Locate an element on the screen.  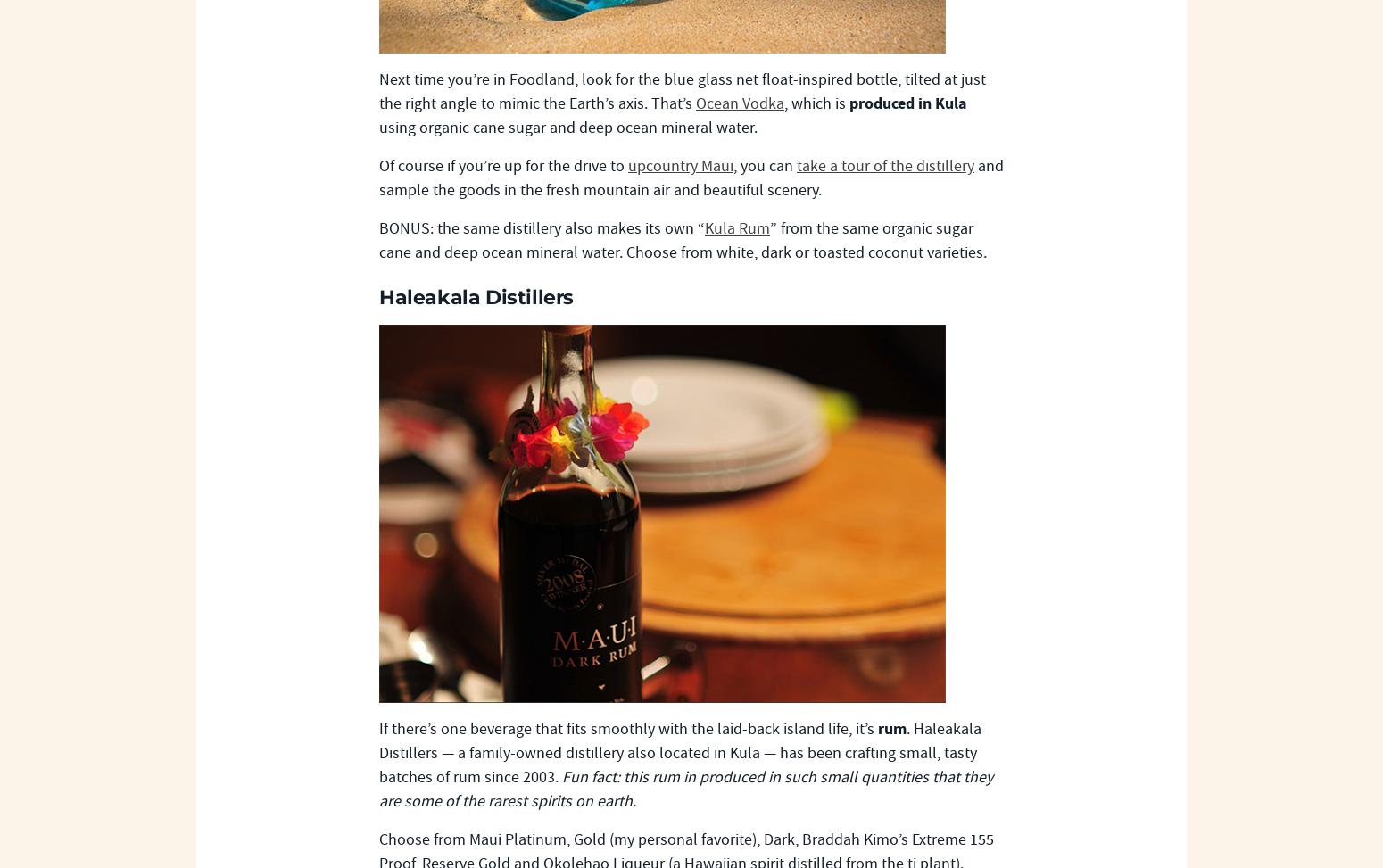
', which is' is located at coordinates (816, 103).